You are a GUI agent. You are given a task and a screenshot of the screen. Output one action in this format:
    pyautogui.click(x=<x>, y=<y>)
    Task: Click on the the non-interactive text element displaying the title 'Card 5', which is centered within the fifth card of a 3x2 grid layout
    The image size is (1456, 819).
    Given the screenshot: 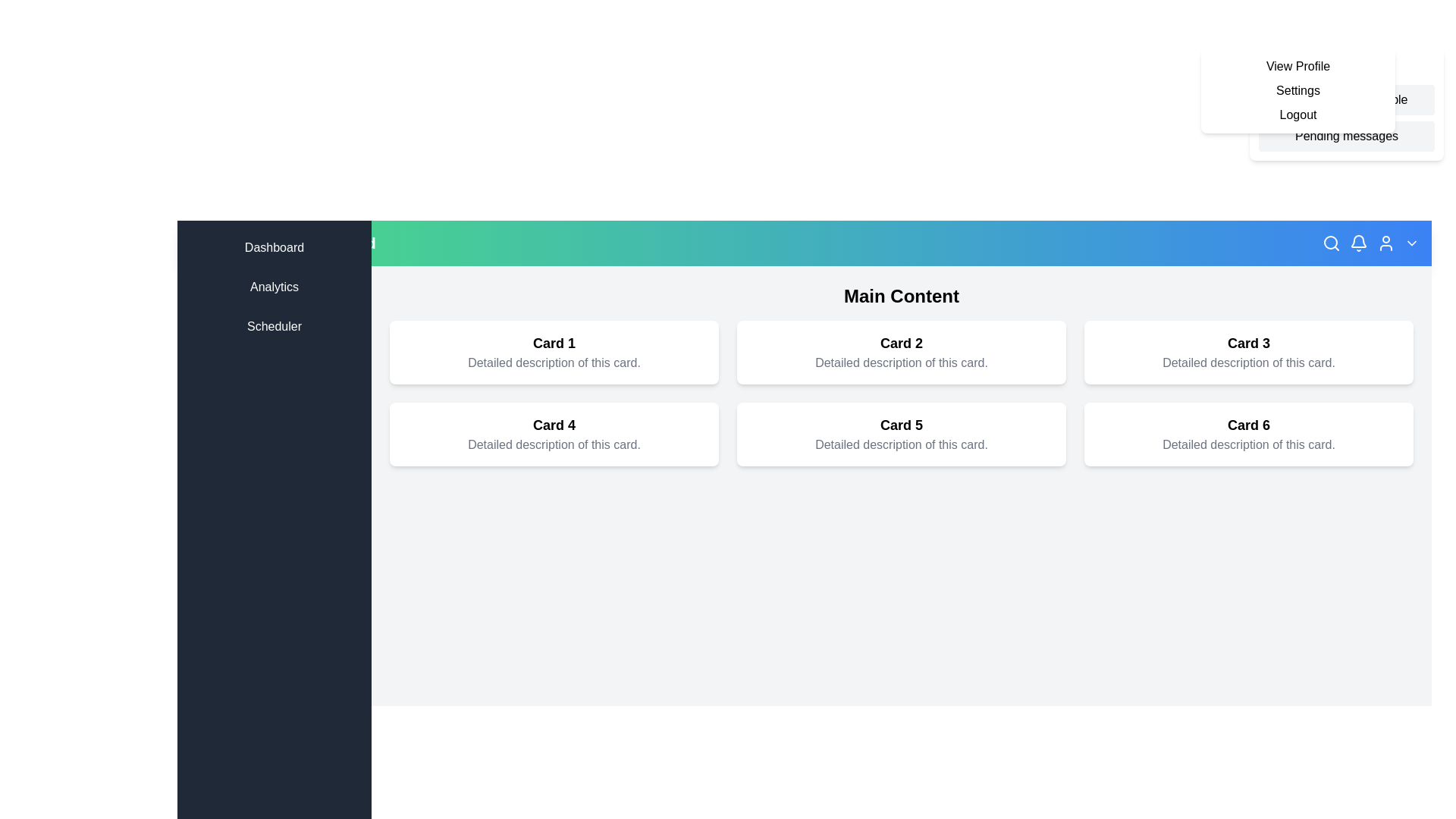 What is the action you would take?
    pyautogui.click(x=902, y=425)
    